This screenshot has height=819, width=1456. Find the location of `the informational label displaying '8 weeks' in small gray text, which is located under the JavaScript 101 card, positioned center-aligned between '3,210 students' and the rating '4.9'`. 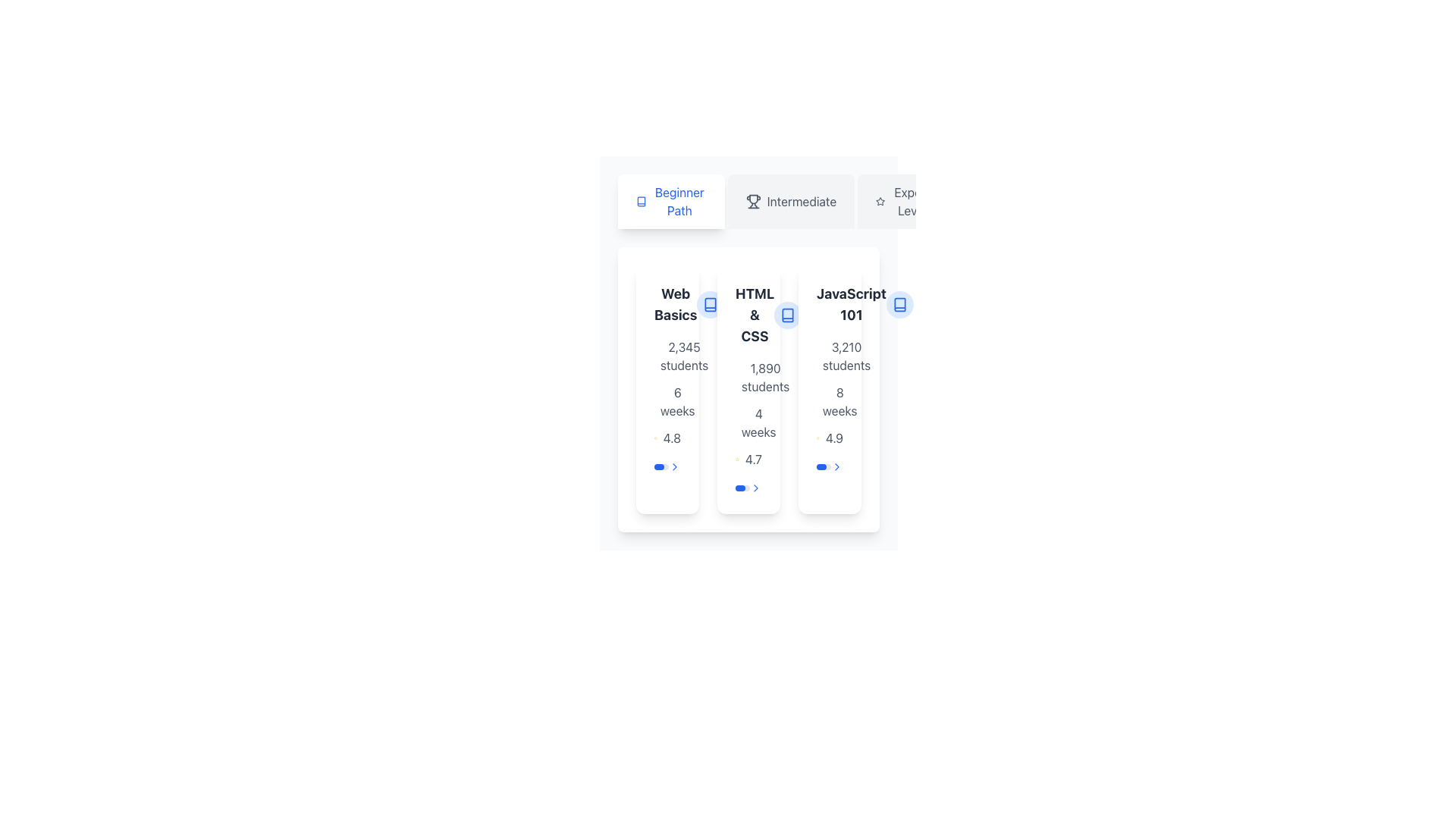

the informational label displaying '8 weeks' in small gray text, which is located under the JavaScript 101 card, positioned center-aligned between '3,210 students' and the rating '4.9' is located at coordinates (829, 400).